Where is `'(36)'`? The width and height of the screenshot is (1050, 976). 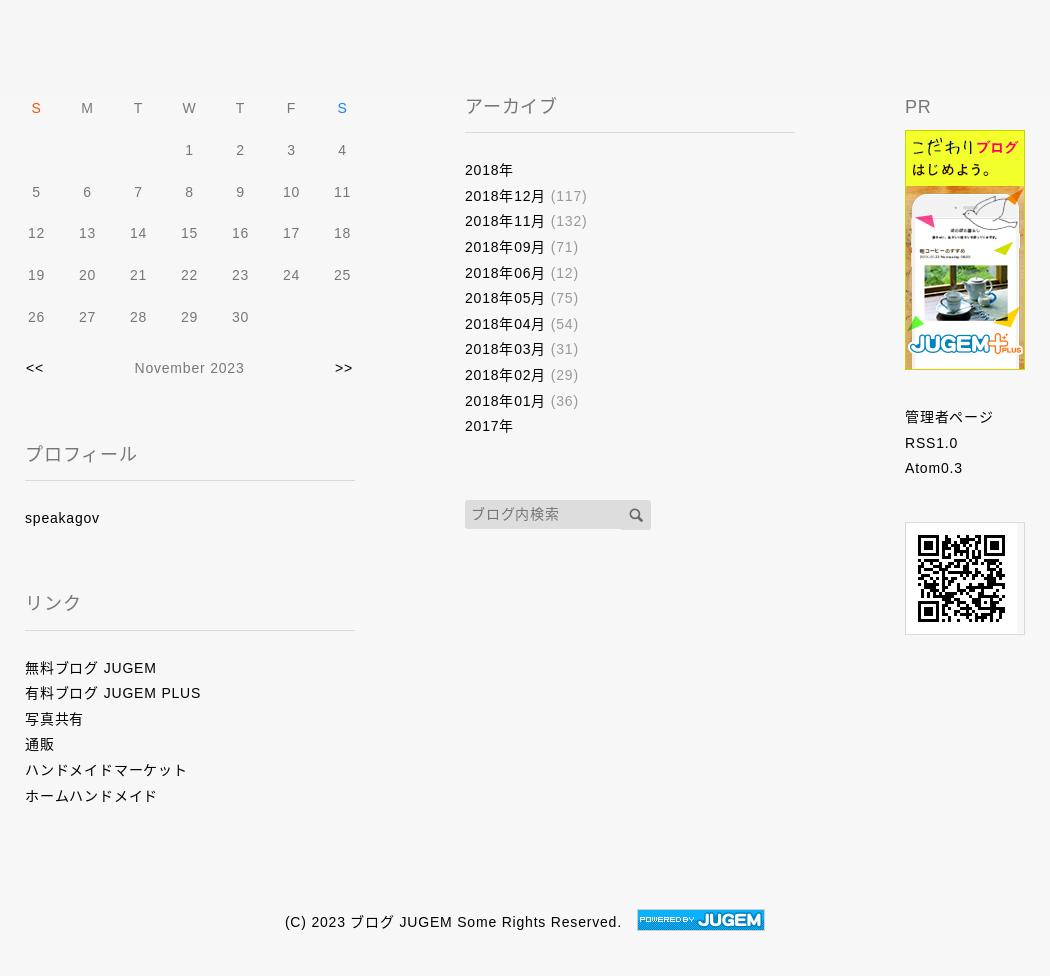 '(36)' is located at coordinates (561, 398).